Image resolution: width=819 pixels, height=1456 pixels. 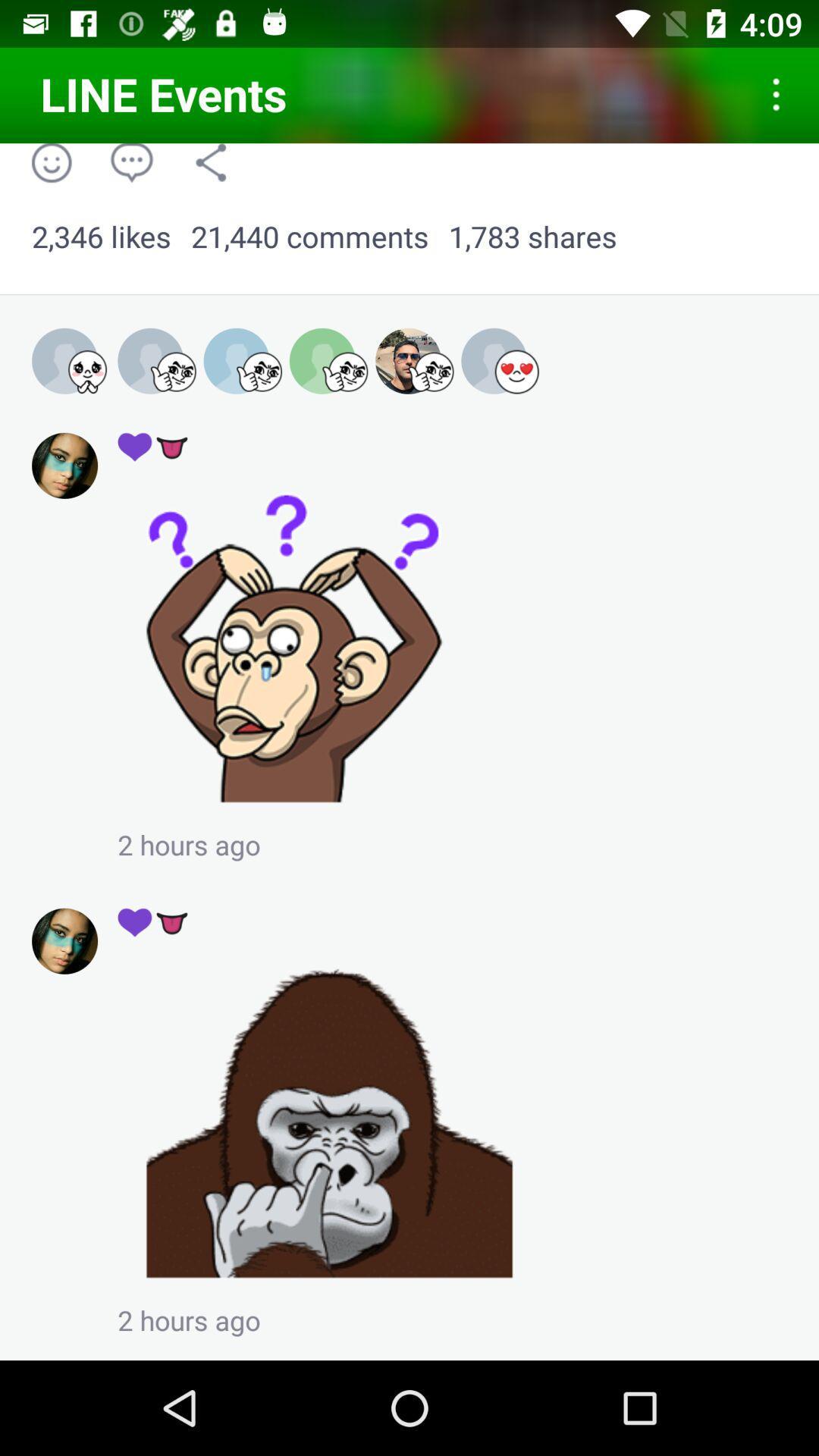 I want to click on the 2,346 likes item, so click(x=101, y=237).